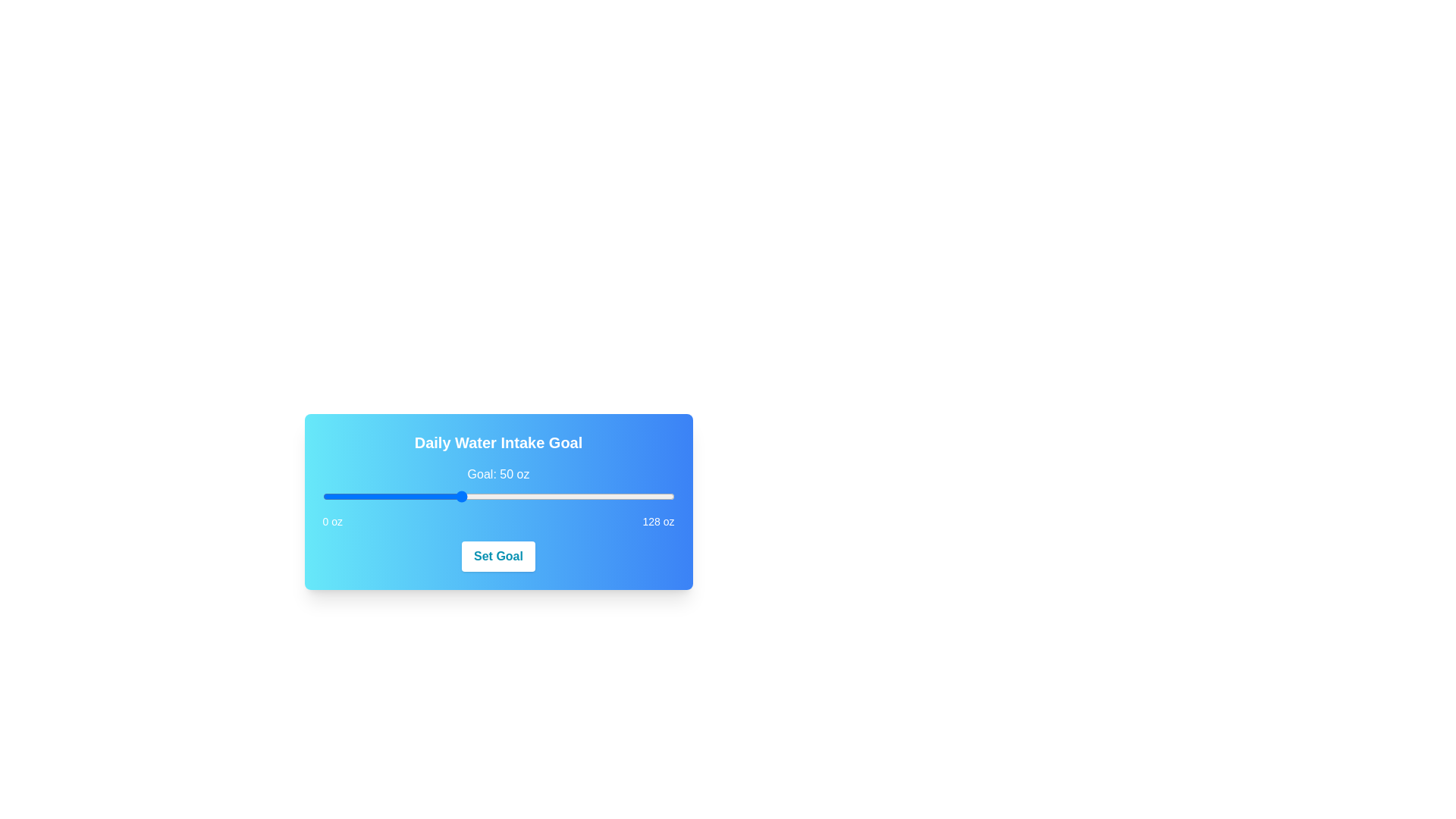 The width and height of the screenshot is (1456, 819). I want to click on the slider to set the value to 58 oz, so click(481, 497).